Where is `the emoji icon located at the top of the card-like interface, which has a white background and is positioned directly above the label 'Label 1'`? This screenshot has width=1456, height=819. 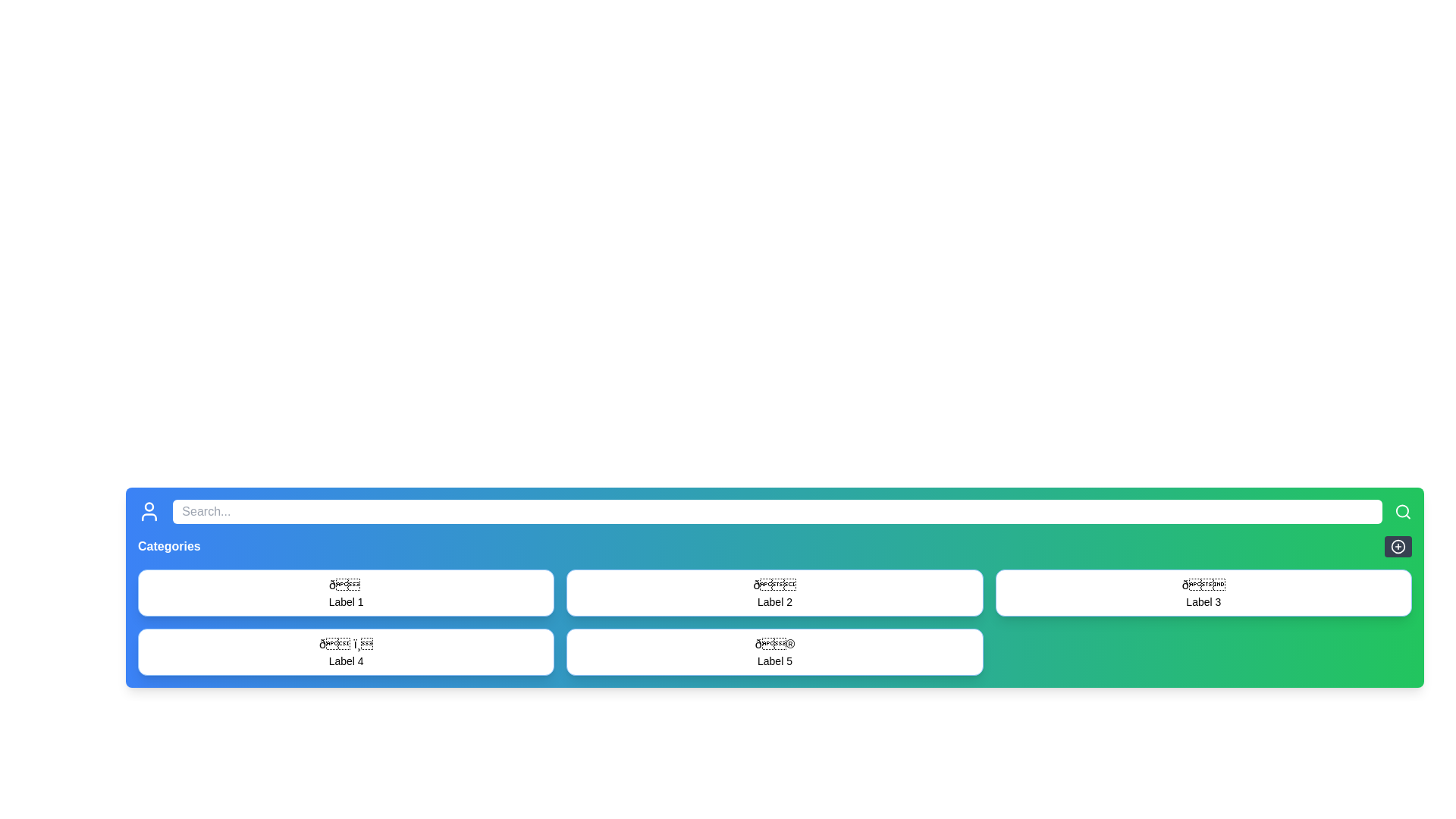 the emoji icon located at the top of the card-like interface, which has a white background and is positioned directly above the label 'Label 1' is located at coordinates (345, 584).